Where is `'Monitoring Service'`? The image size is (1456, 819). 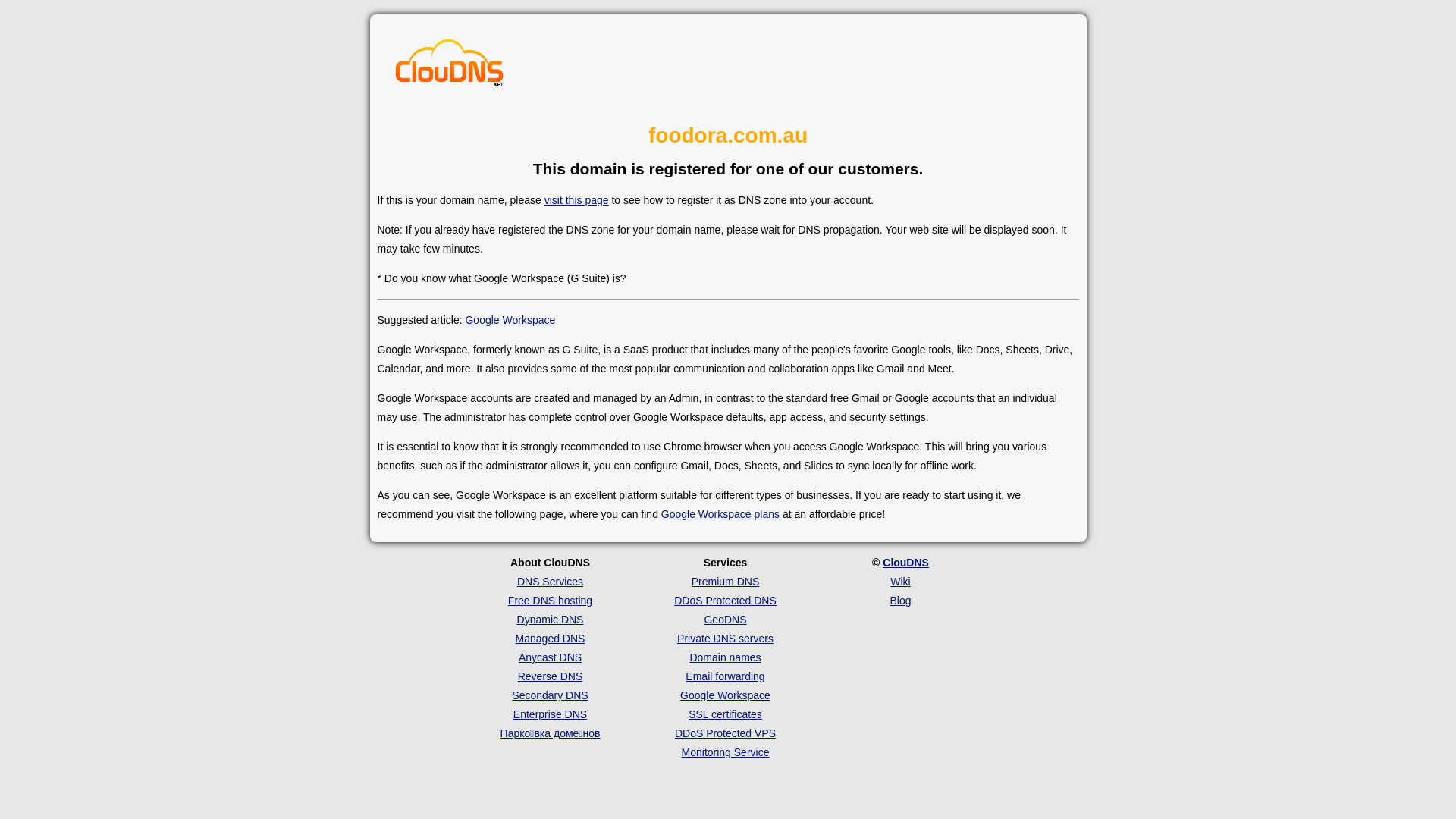 'Monitoring Service' is located at coordinates (724, 752).